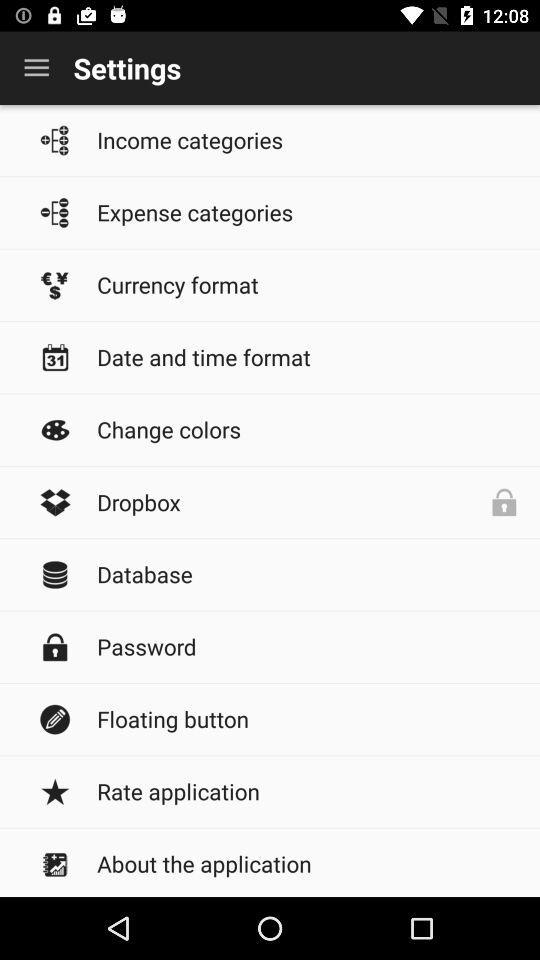  What do you see at coordinates (36, 68) in the screenshot?
I see `the icon next to settings` at bounding box center [36, 68].